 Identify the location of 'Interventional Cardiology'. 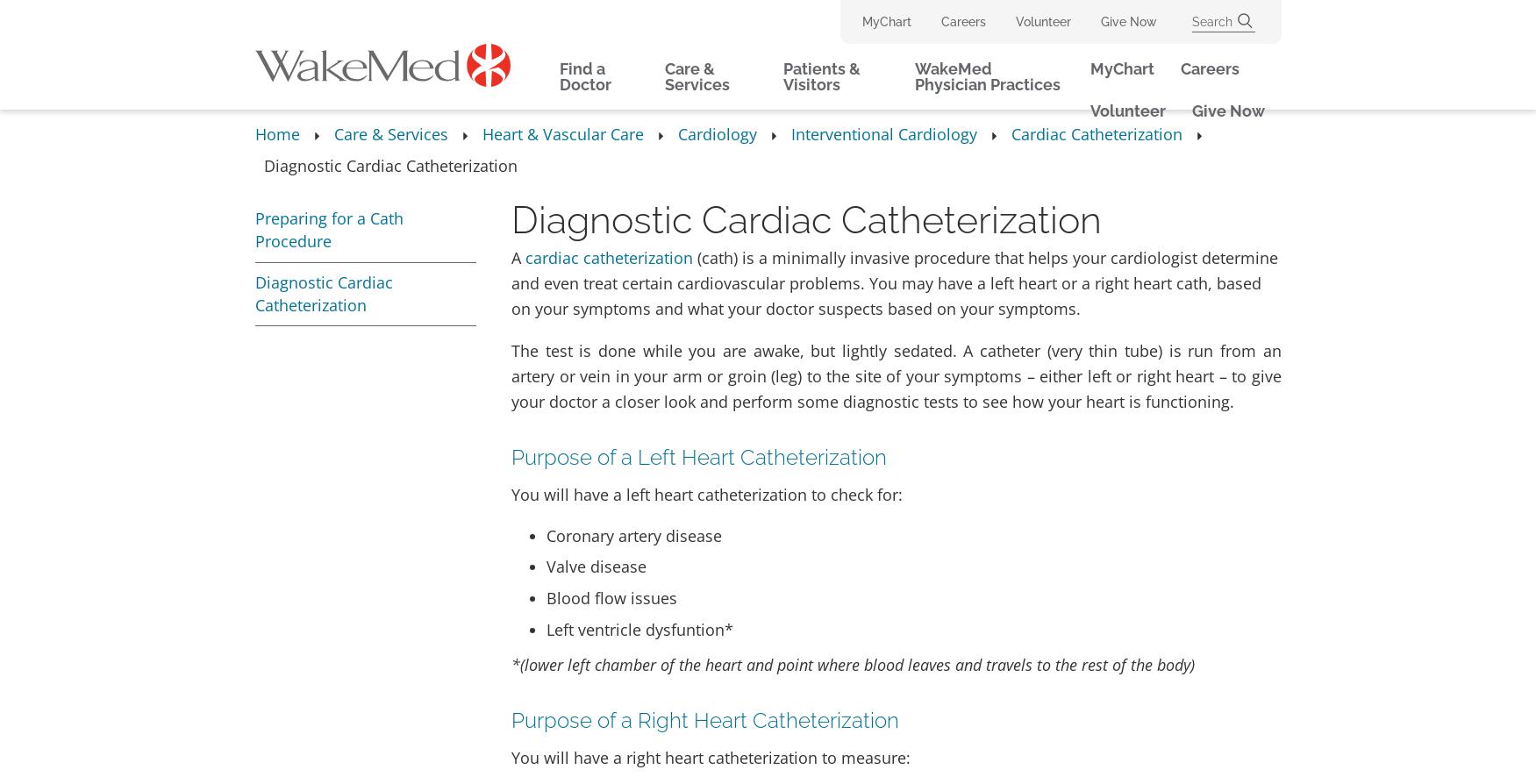
(883, 133).